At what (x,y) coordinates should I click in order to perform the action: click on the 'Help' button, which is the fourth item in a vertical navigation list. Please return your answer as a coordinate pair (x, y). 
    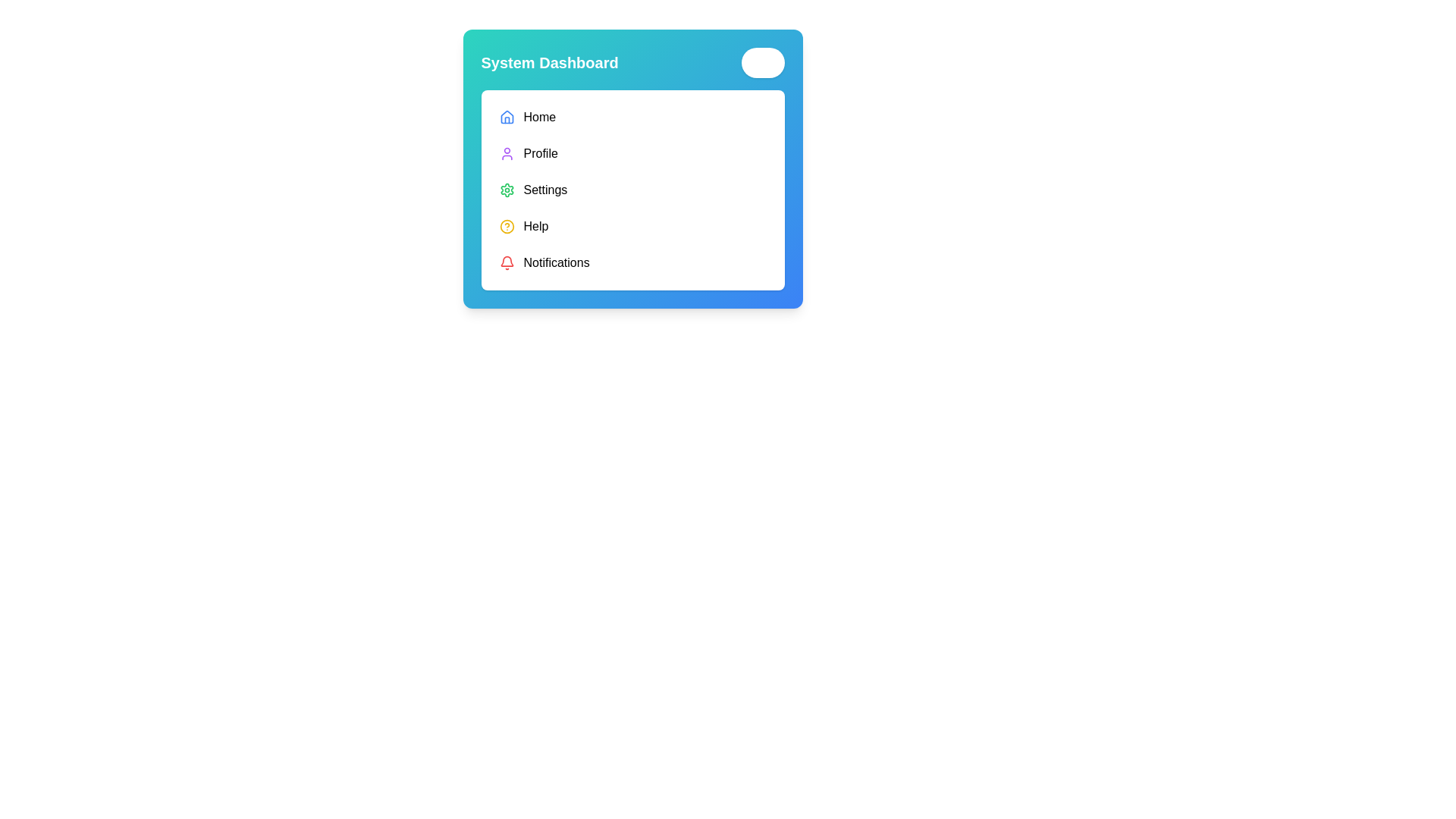
    Looking at the image, I should click on (632, 227).